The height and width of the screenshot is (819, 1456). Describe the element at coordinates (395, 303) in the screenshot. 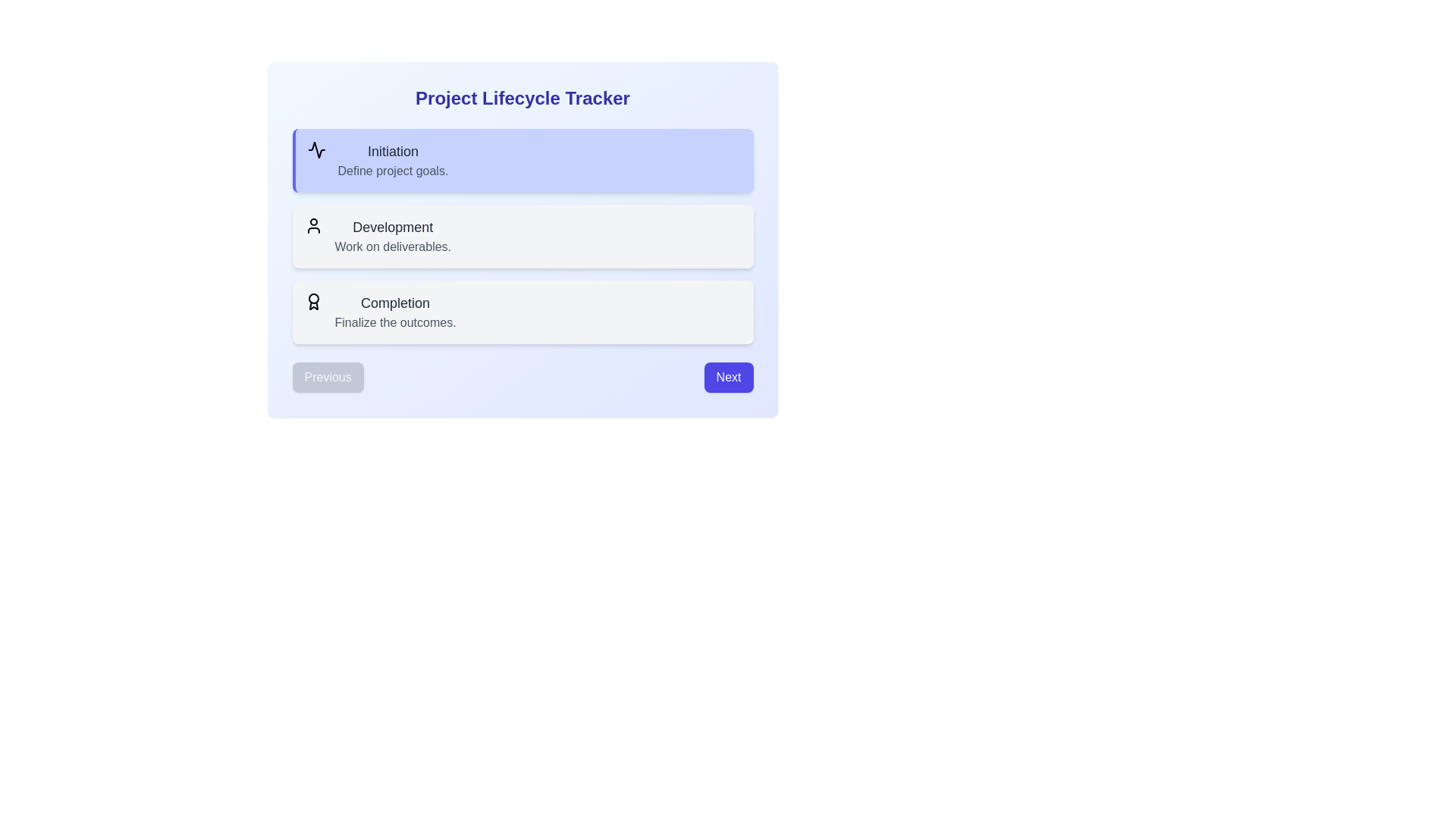

I see `text label 'Completion' which is styled in bold and dark gray, located at the bottom of the three main sections in the interface` at that location.